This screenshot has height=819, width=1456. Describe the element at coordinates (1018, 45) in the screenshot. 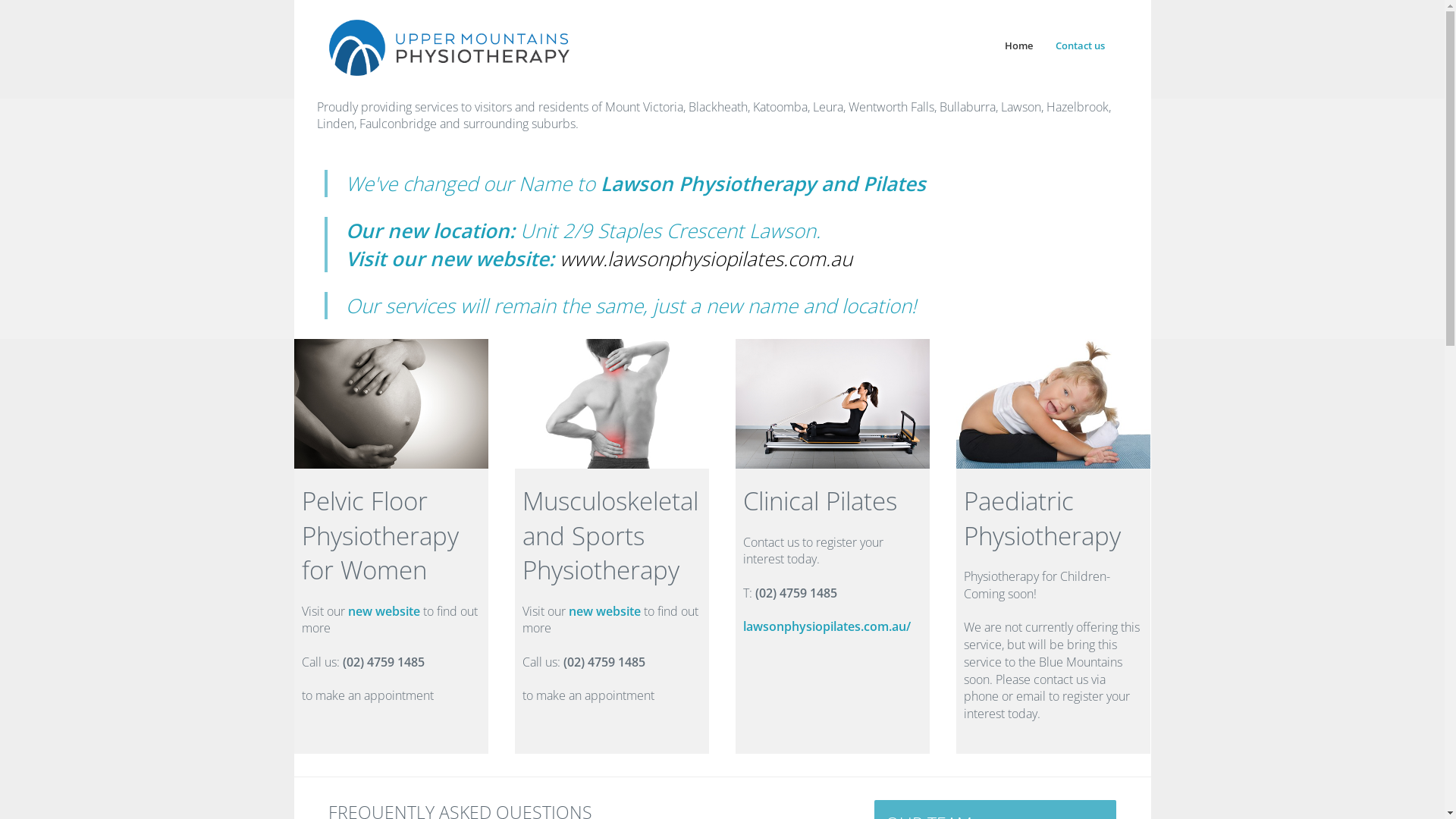

I see `'Home'` at that location.